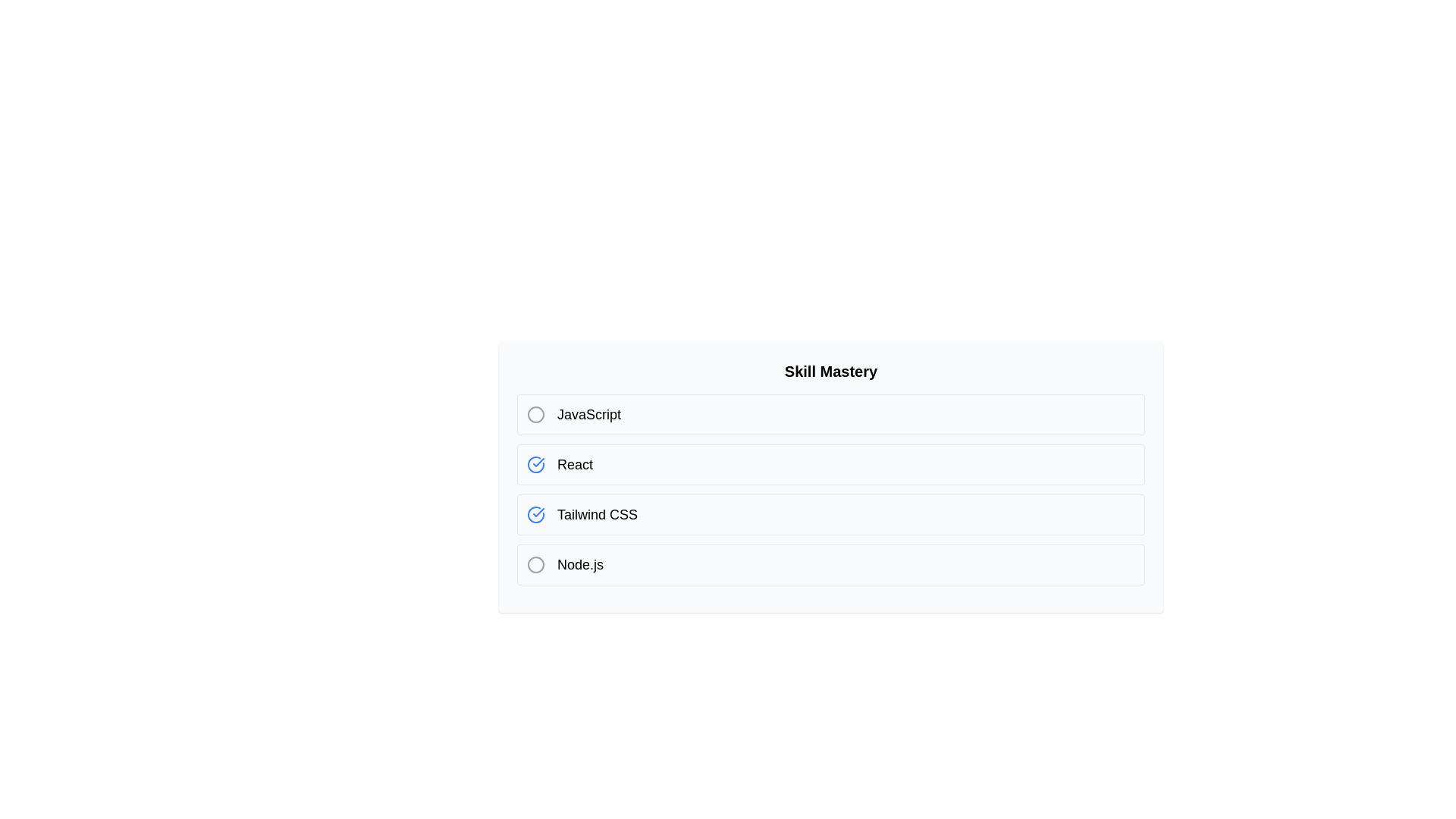 The width and height of the screenshot is (1456, 819). I want to click on the skill list item React to observe the hover effect, so click(830, 464).